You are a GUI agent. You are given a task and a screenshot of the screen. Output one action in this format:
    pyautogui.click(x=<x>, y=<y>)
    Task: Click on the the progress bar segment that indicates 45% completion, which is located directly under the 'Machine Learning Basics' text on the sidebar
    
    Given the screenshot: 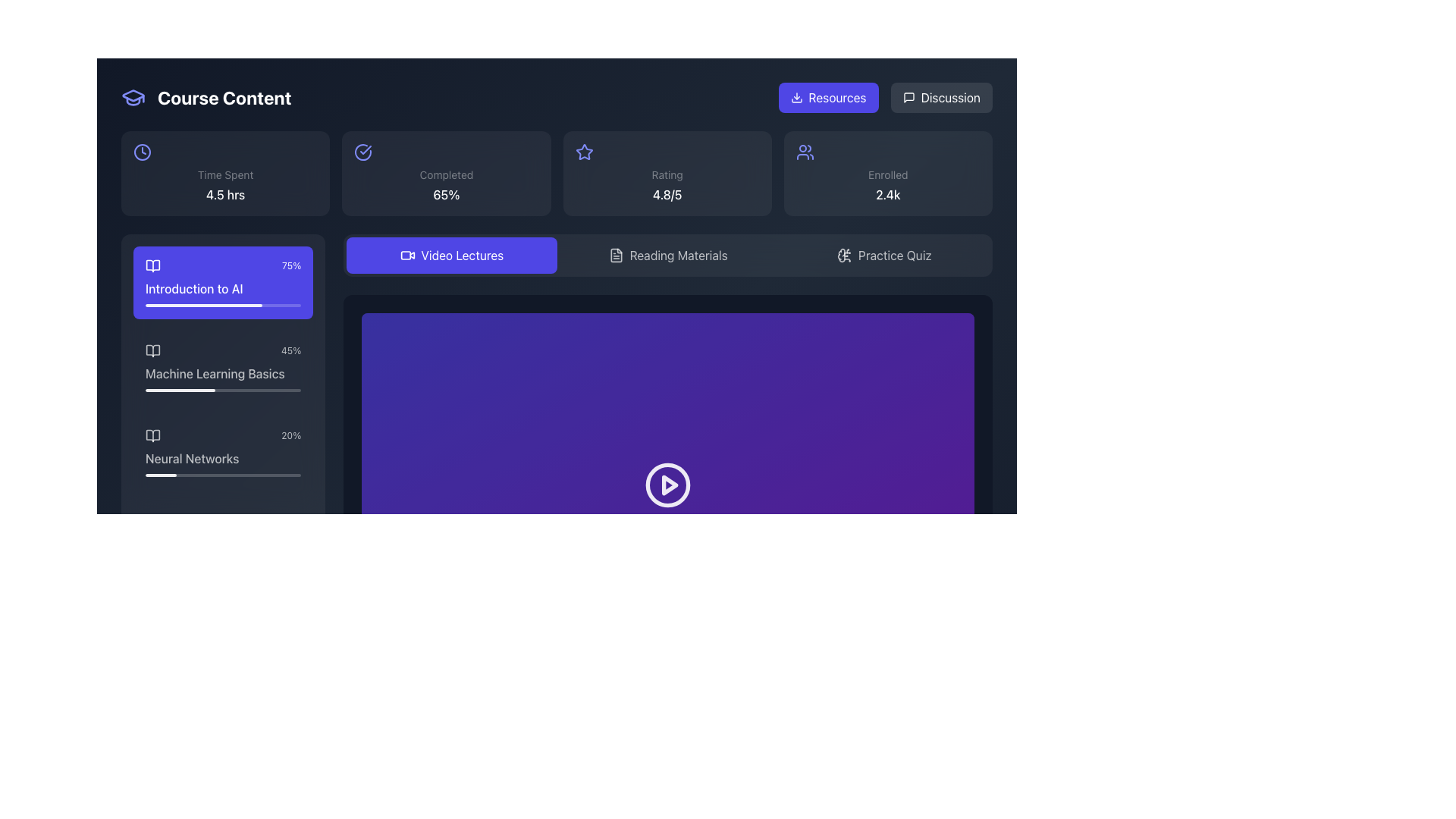 What is the action you would take?
    pyautogui.click(x=180, y=390)
    